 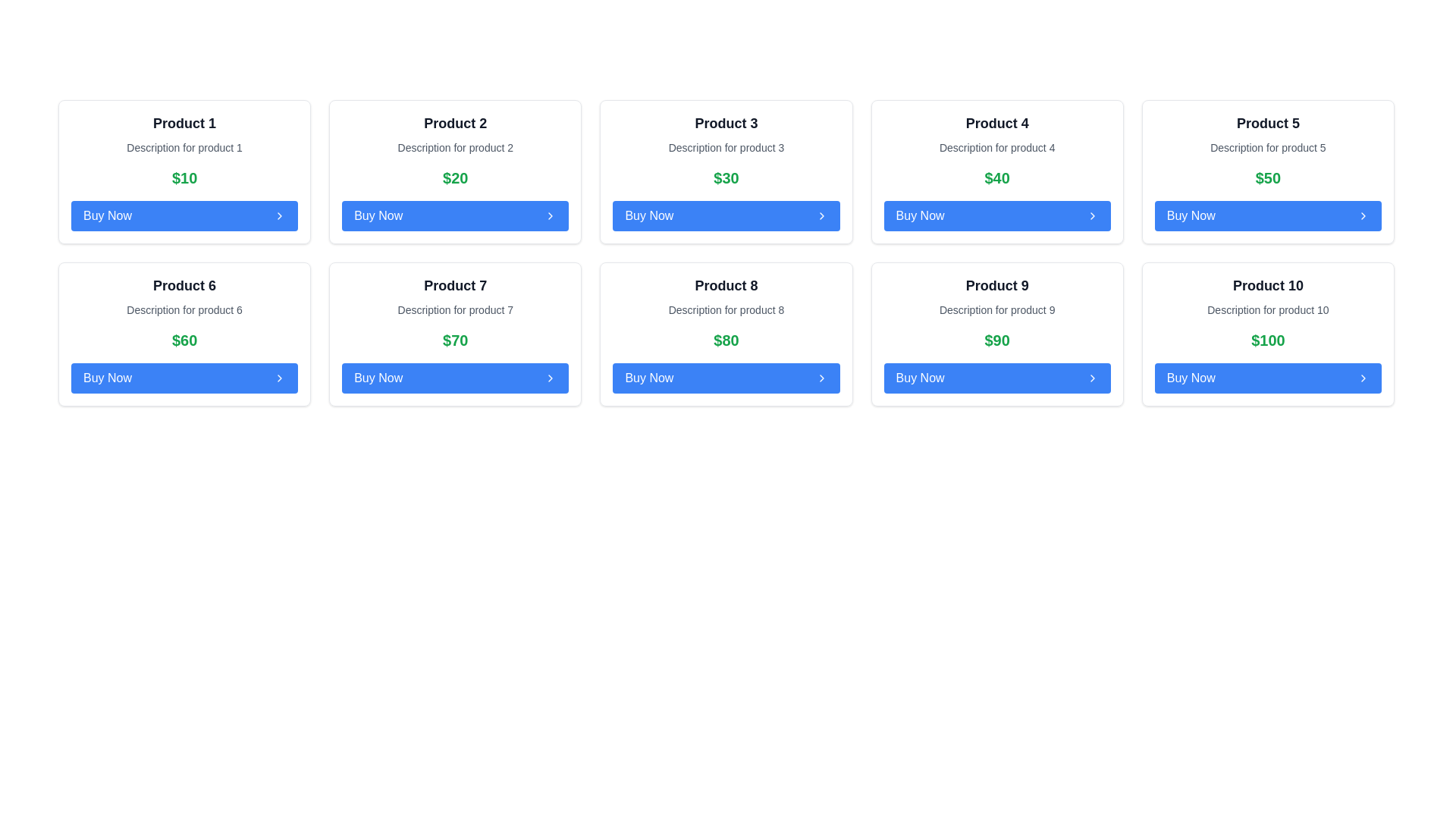 What do you see at coordinates (726, 309) in the screenshot?
I see `the descriptive text label for 'Product 8', which is located directly below the header and above the price display` at bounding box center [726, 309].